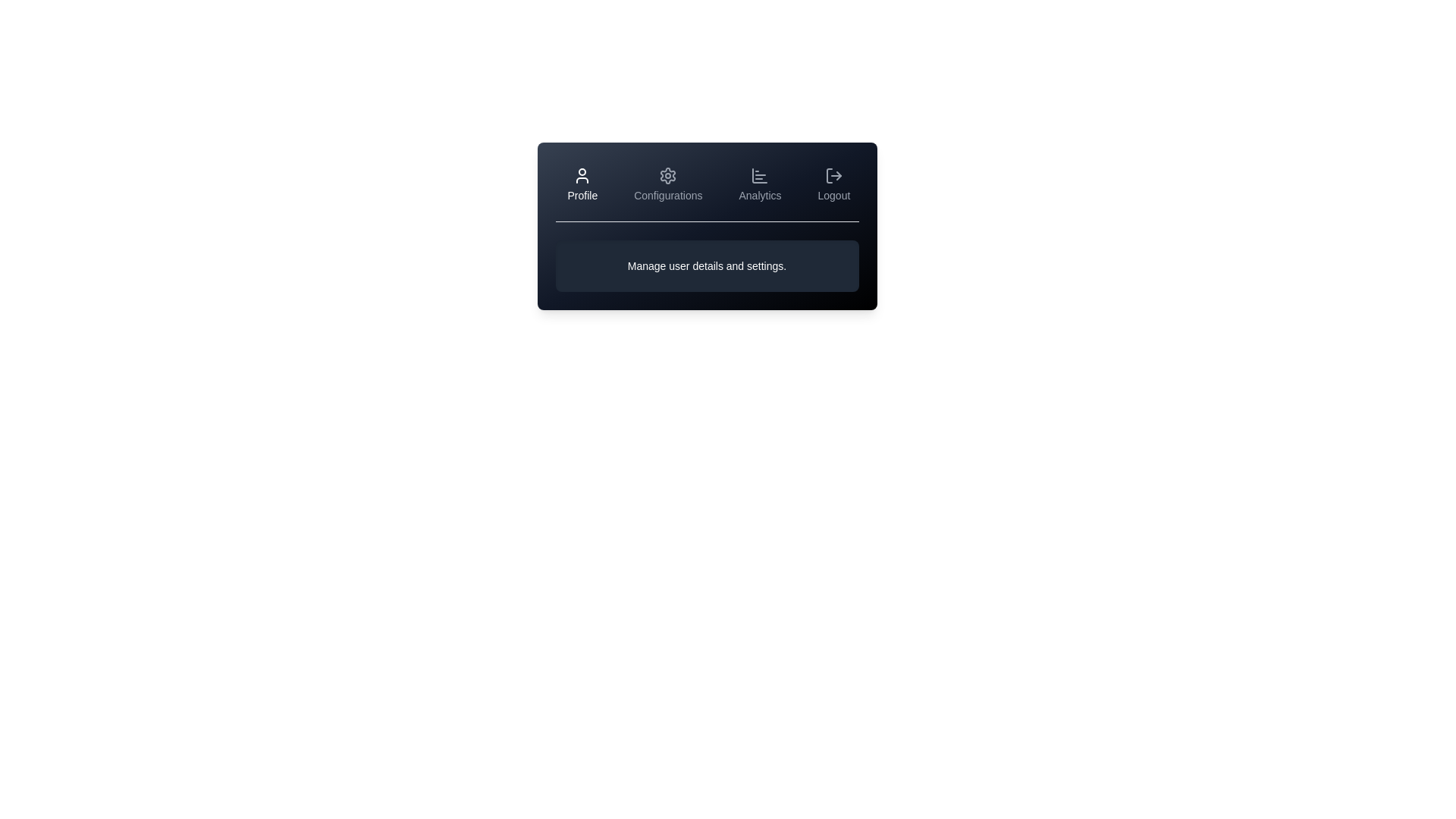 The width and height of the screenshot is (1456, 819). What do you see at coordinates (760, 184) in the screenshot?
I see `the Analytics tab to view its content` at bounding box center [760, 184].